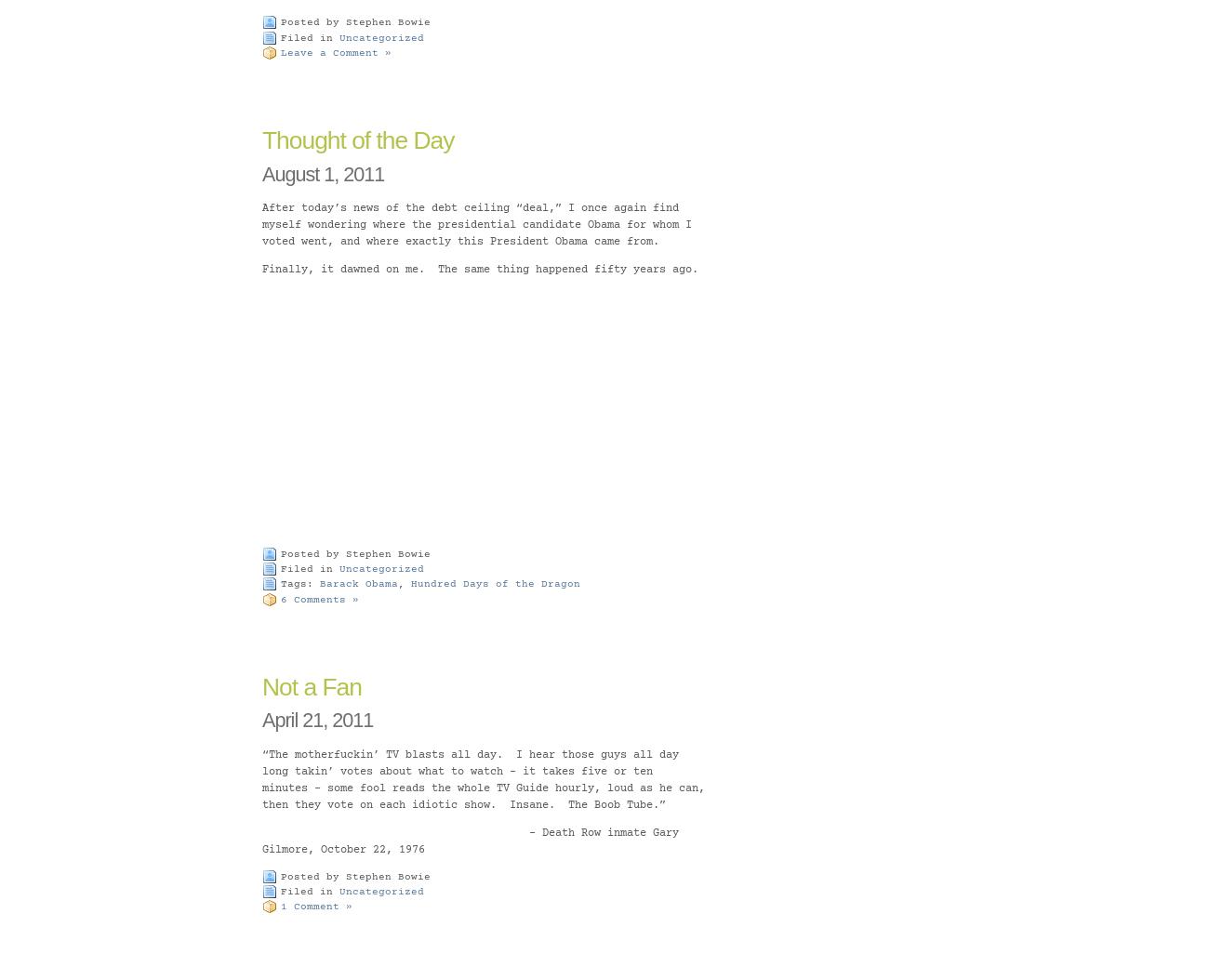 This screenshot has height=980, width=1209. I want to click on 'Tags:', so click(300, 584).